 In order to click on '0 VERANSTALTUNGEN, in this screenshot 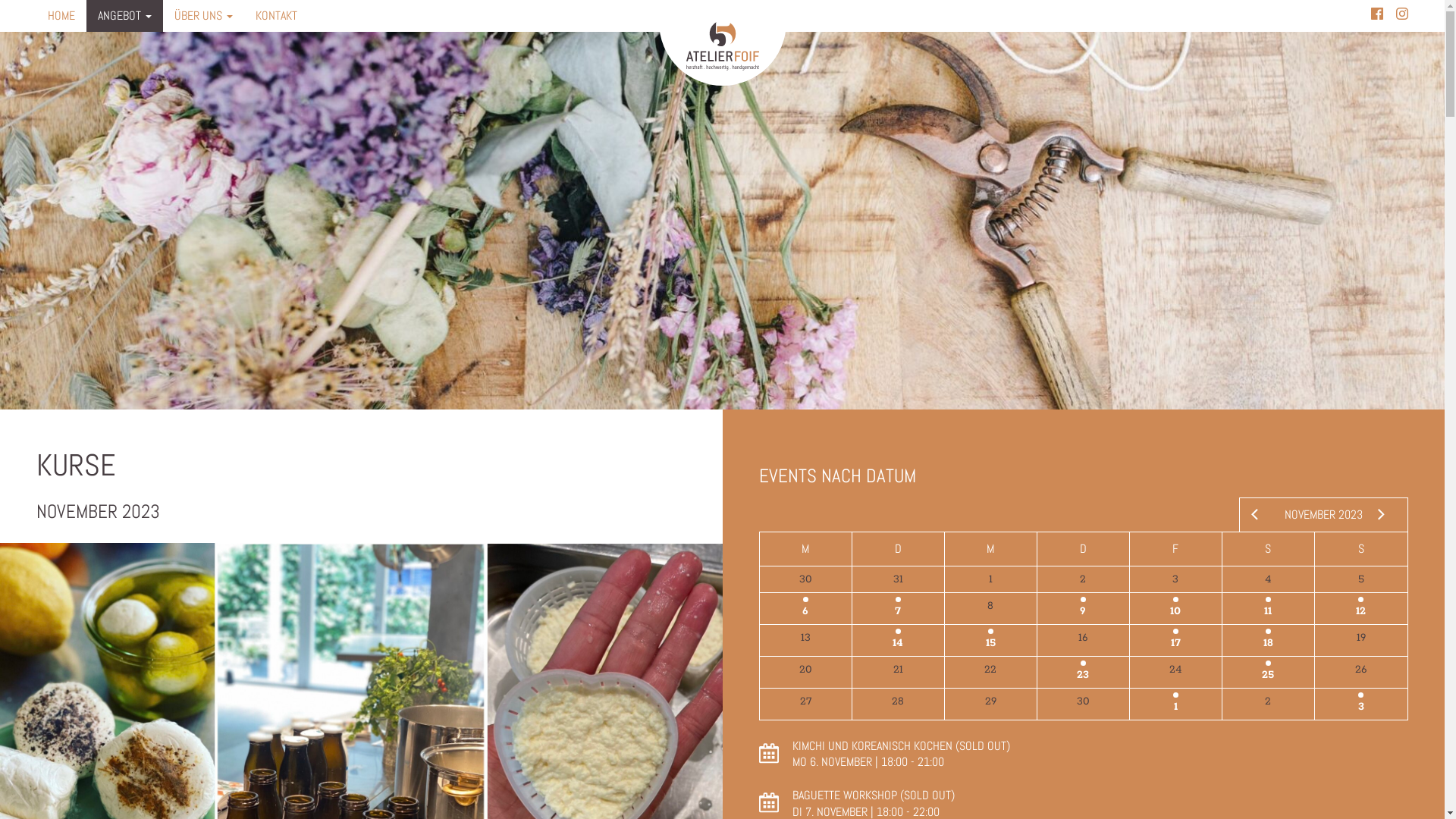, I will do `click(898, 671)`.